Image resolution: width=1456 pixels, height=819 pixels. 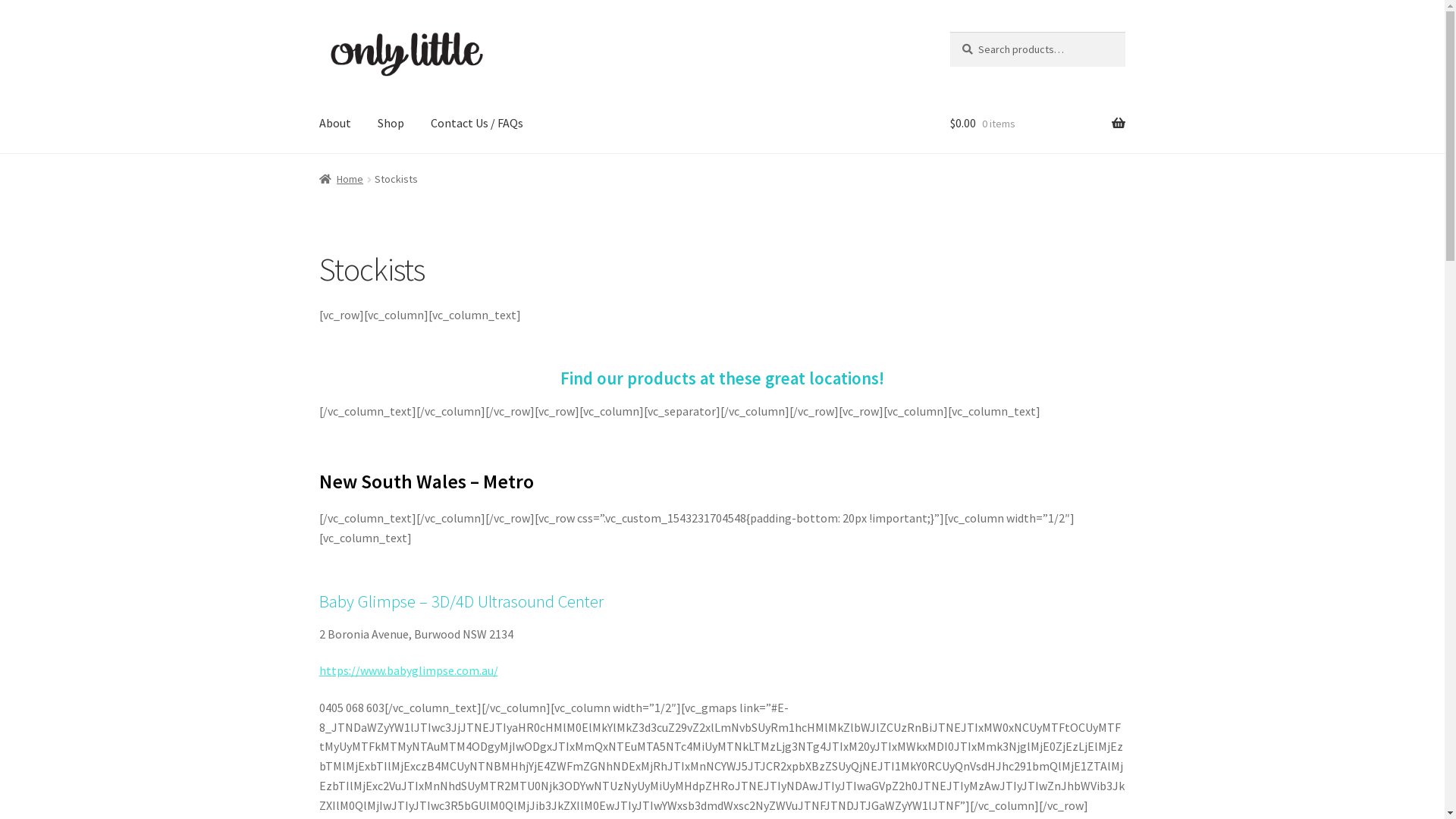 What do you see at coordinates (949, 122) in the screenshot?
I see `'$0.00 0 items'` at bounding box center [949, 122].